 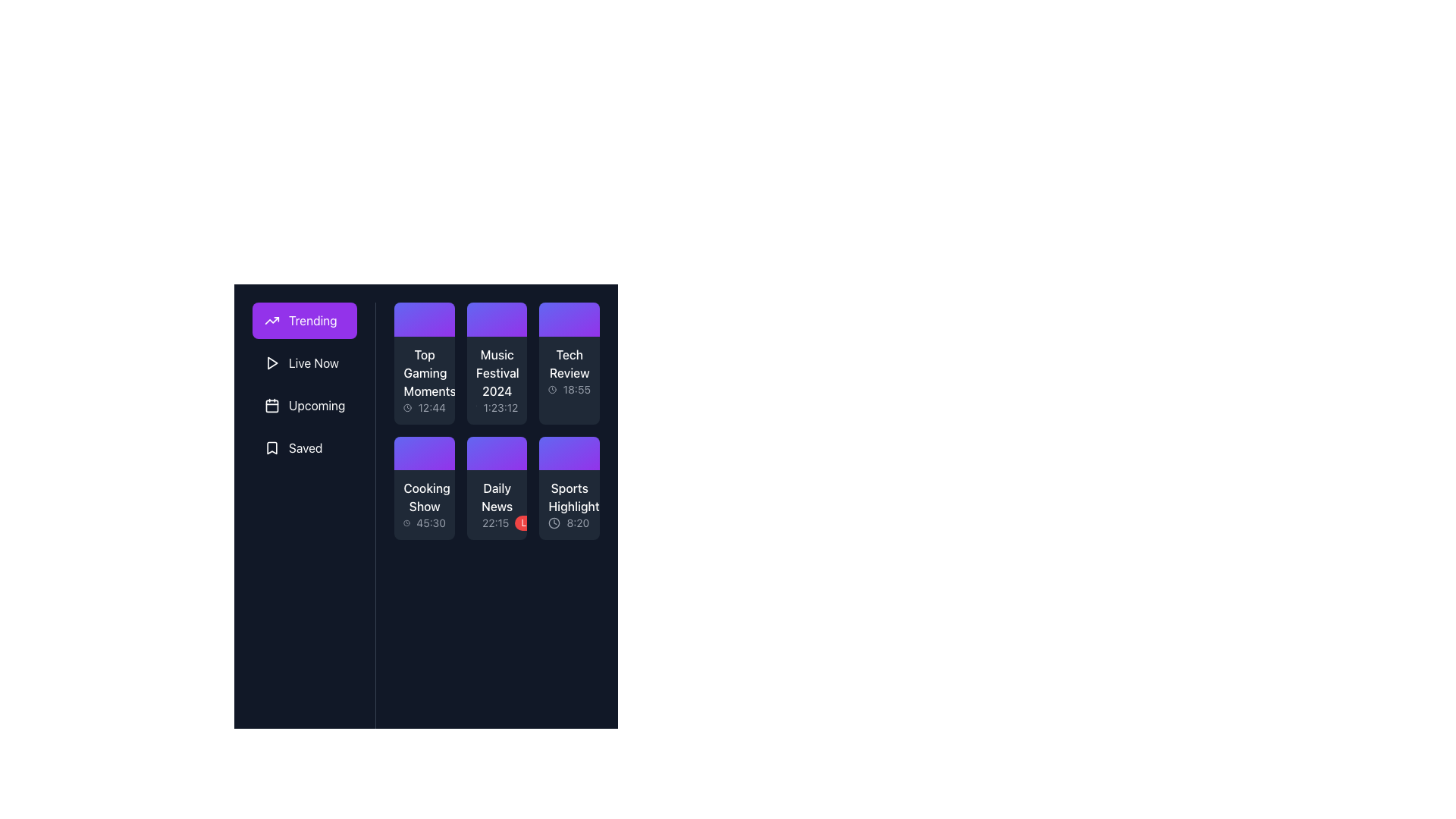 What do you see at coordinates (425, 363) in the screenshot?
I see `the 'Top Gaming Moments' Media card for navigation purposes` at bounding box center [425, 363].